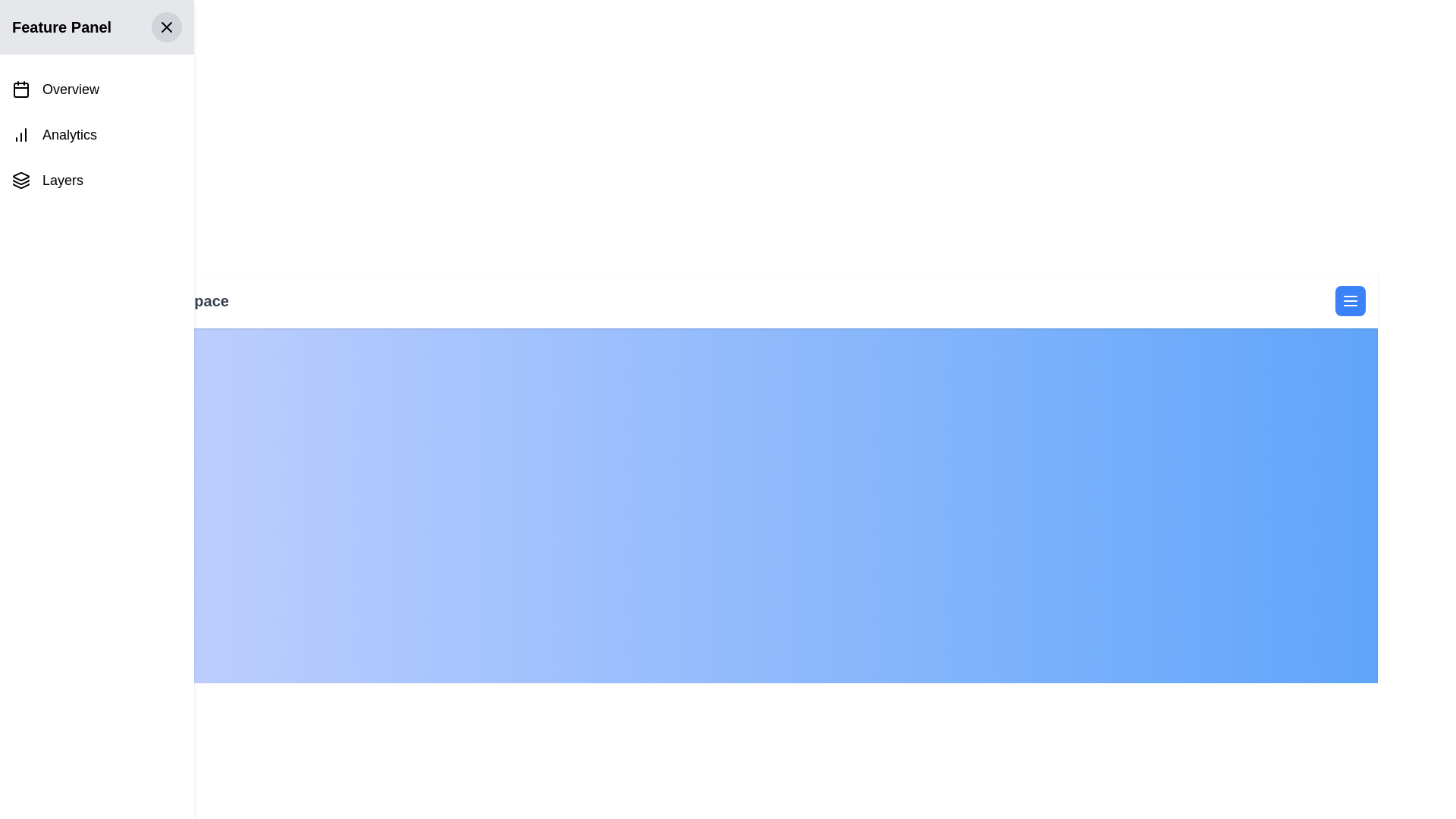 Image resolution: width=1456 pixels, height=819 pixels. Describe the element at coordinates (167, 27) in the screenshot. I see `the circular gray button with a black 'X' icon located in the top-right corner of the 'Feature Panel' header, adjacent to the text label 'Feature Panel'` at that location.